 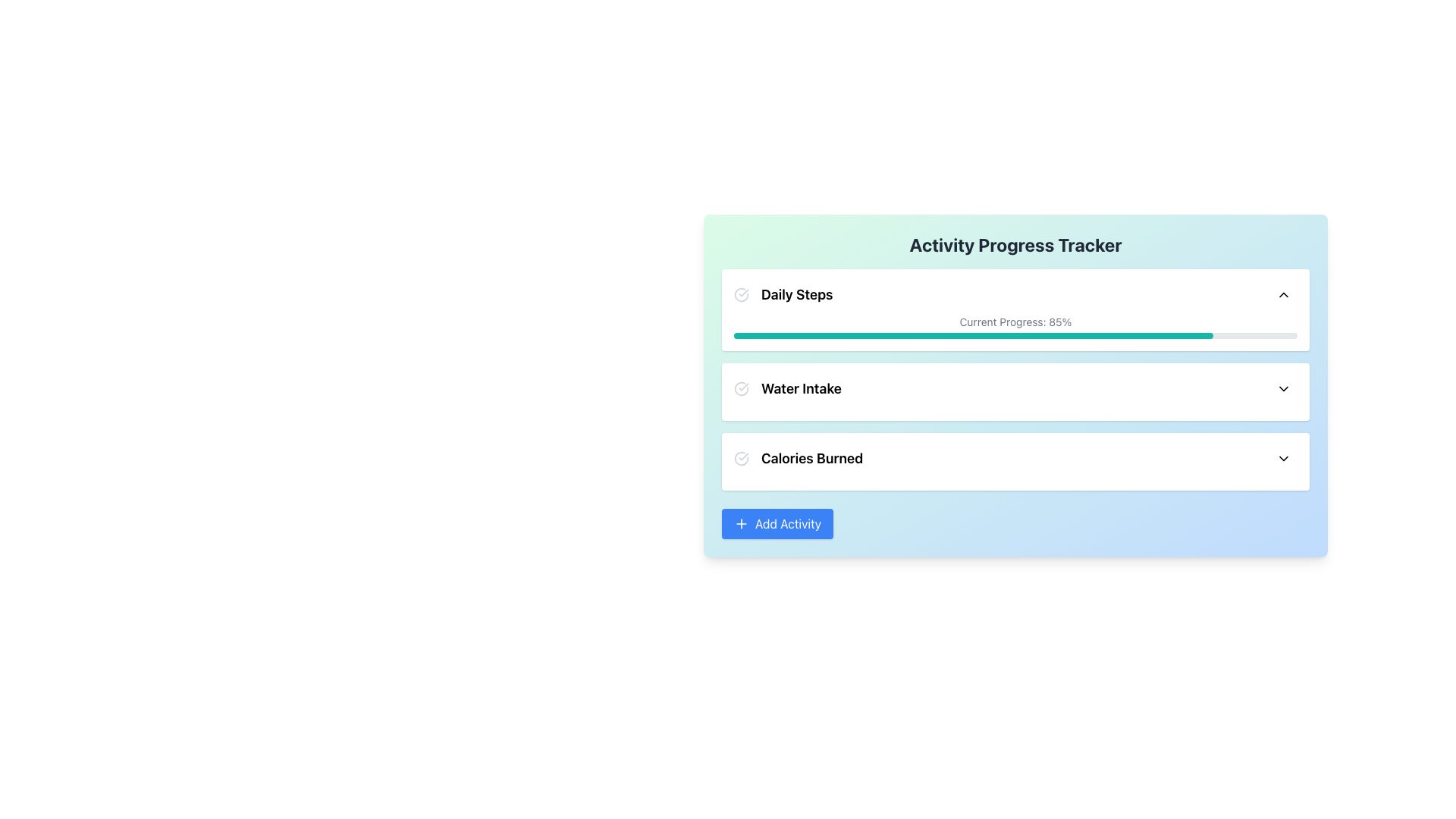 I want to click on the 'Calories Burned' text label, which identifies the metric in the activity tracker, located in the lower half of the vertically stacked list, so click(x=811, y=458).